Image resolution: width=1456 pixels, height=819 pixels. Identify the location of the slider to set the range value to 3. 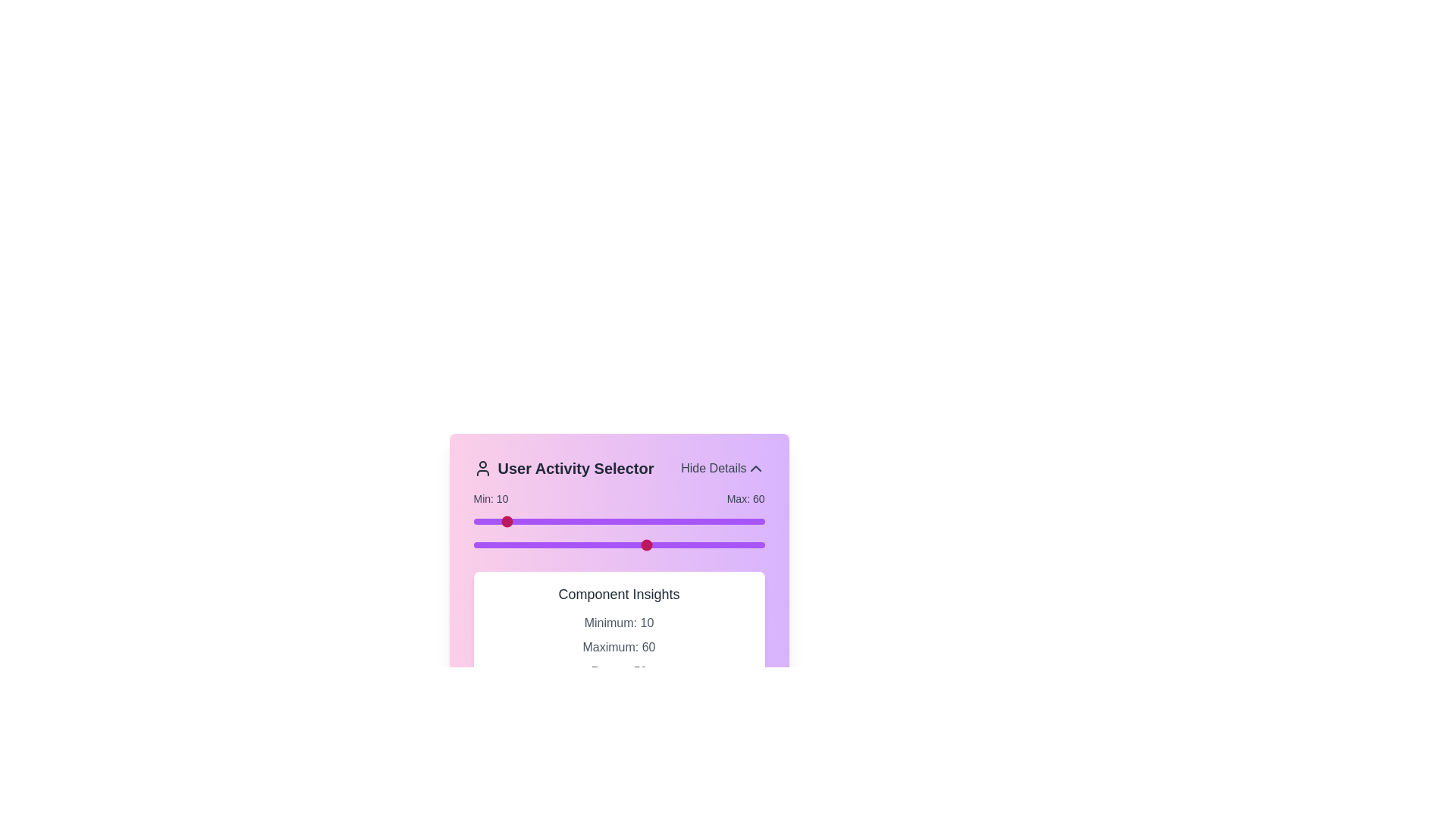
(482, 520).